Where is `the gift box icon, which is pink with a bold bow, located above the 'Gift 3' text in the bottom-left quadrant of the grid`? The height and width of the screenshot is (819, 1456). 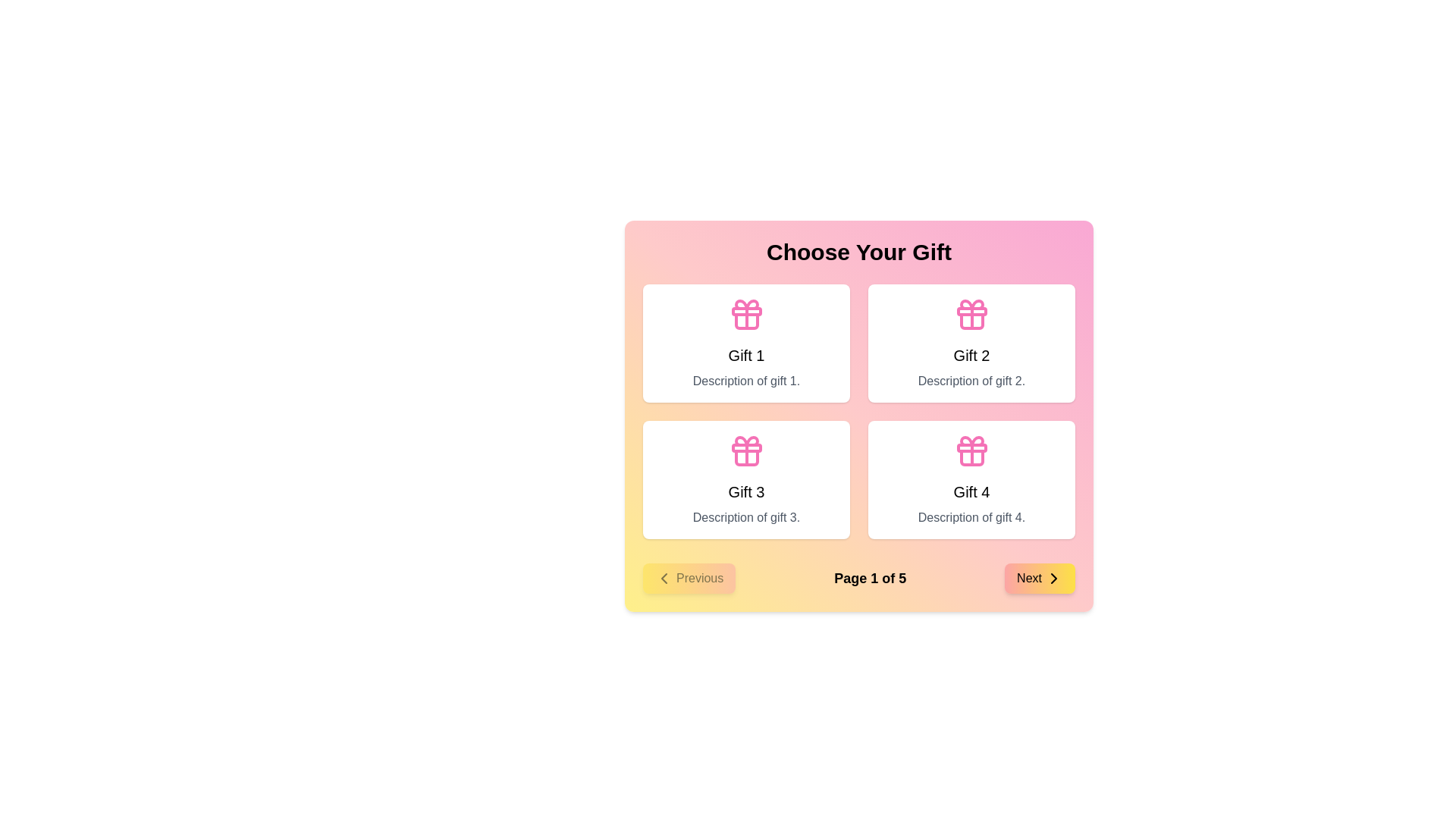 the gift box icon, which is pink with a bold bow, located above the 'Gift 3' text in the bottom-left quadrant of the grid is located at coordinates (746, 450).